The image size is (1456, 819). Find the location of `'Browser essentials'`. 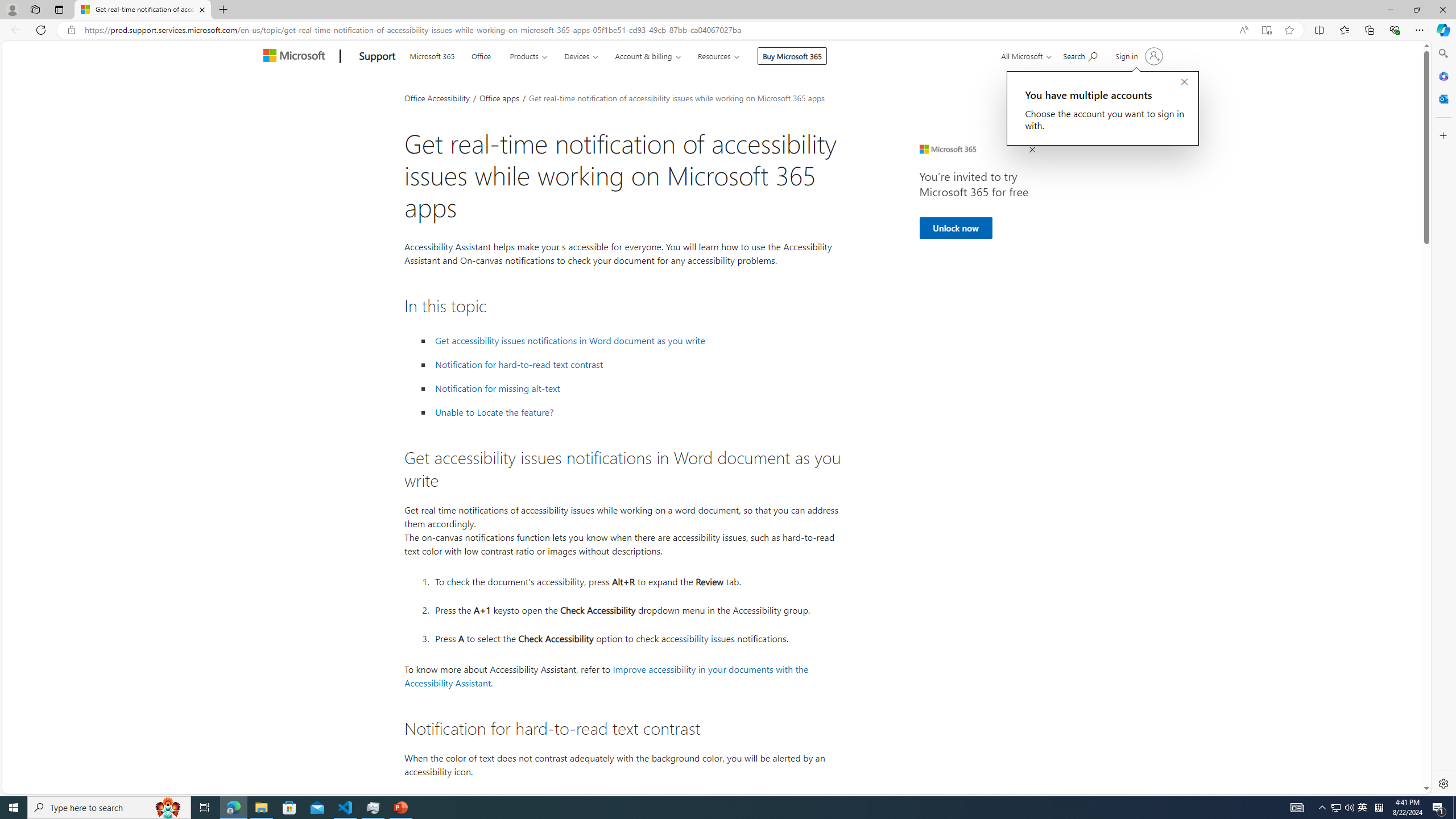

'Browser essentials' is located at coordinates (1394, 29).